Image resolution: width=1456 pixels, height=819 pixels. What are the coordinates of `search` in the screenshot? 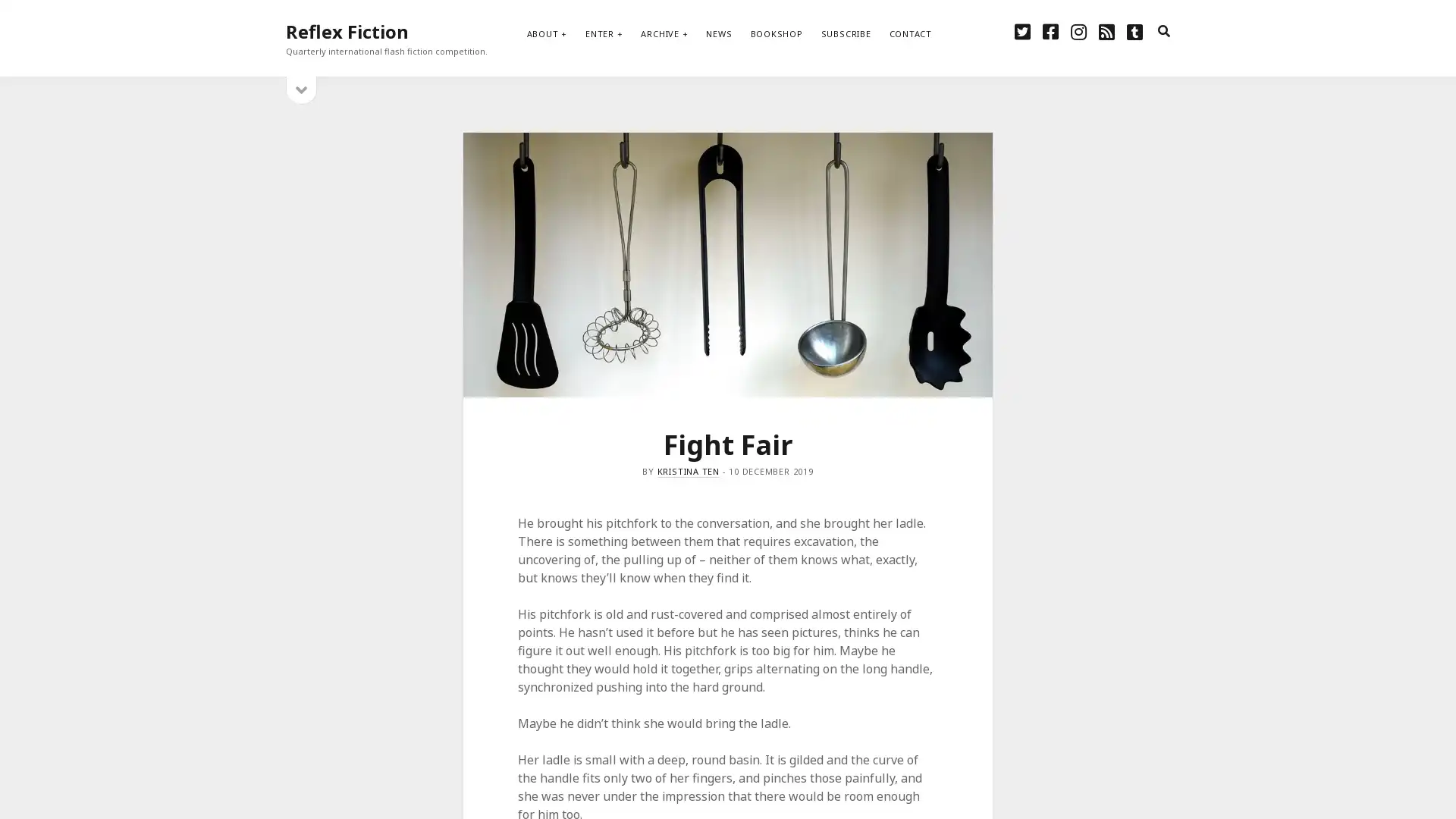 It's located at (1163, 32).